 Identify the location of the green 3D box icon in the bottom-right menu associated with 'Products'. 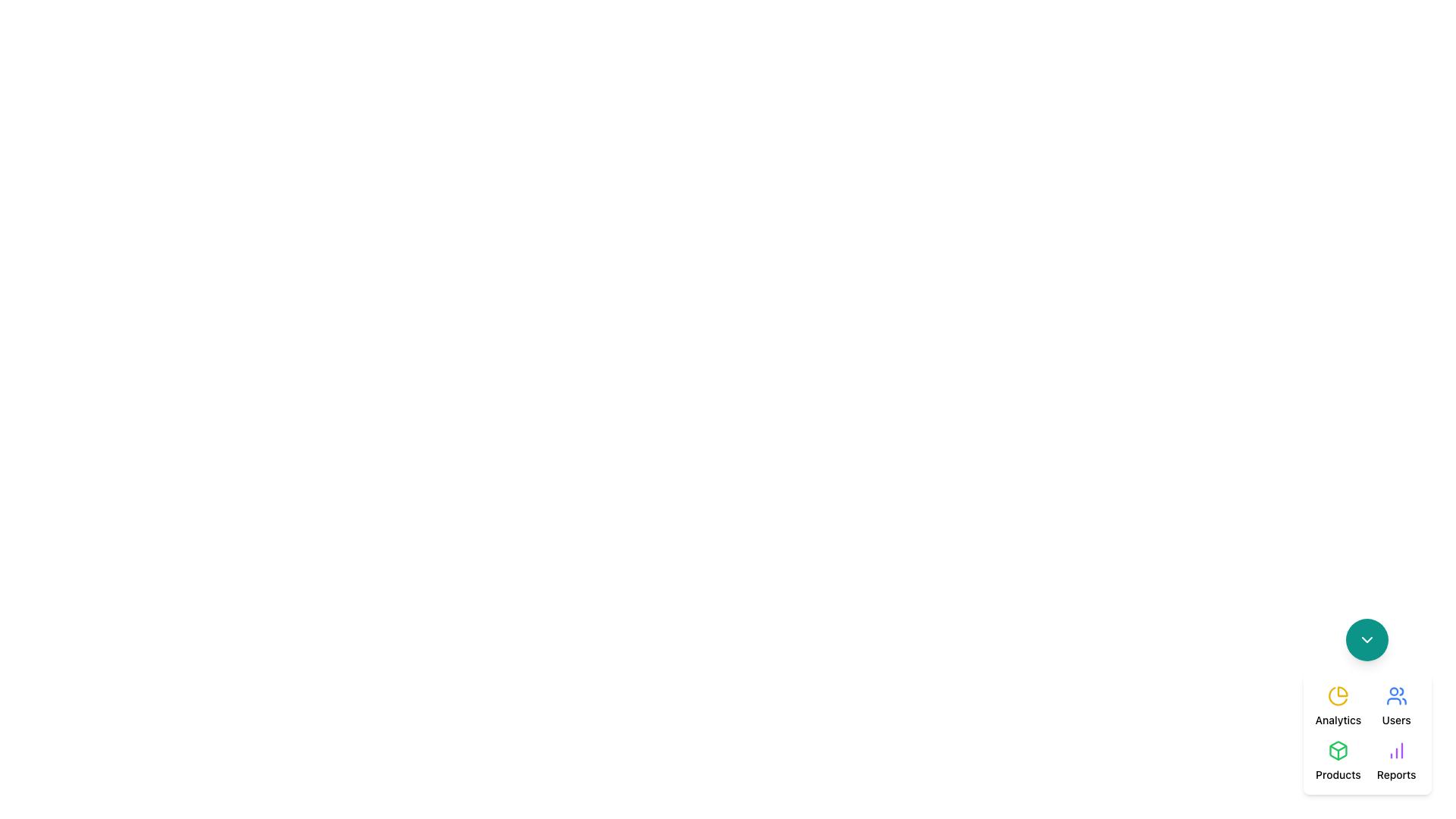
(1338, 751).